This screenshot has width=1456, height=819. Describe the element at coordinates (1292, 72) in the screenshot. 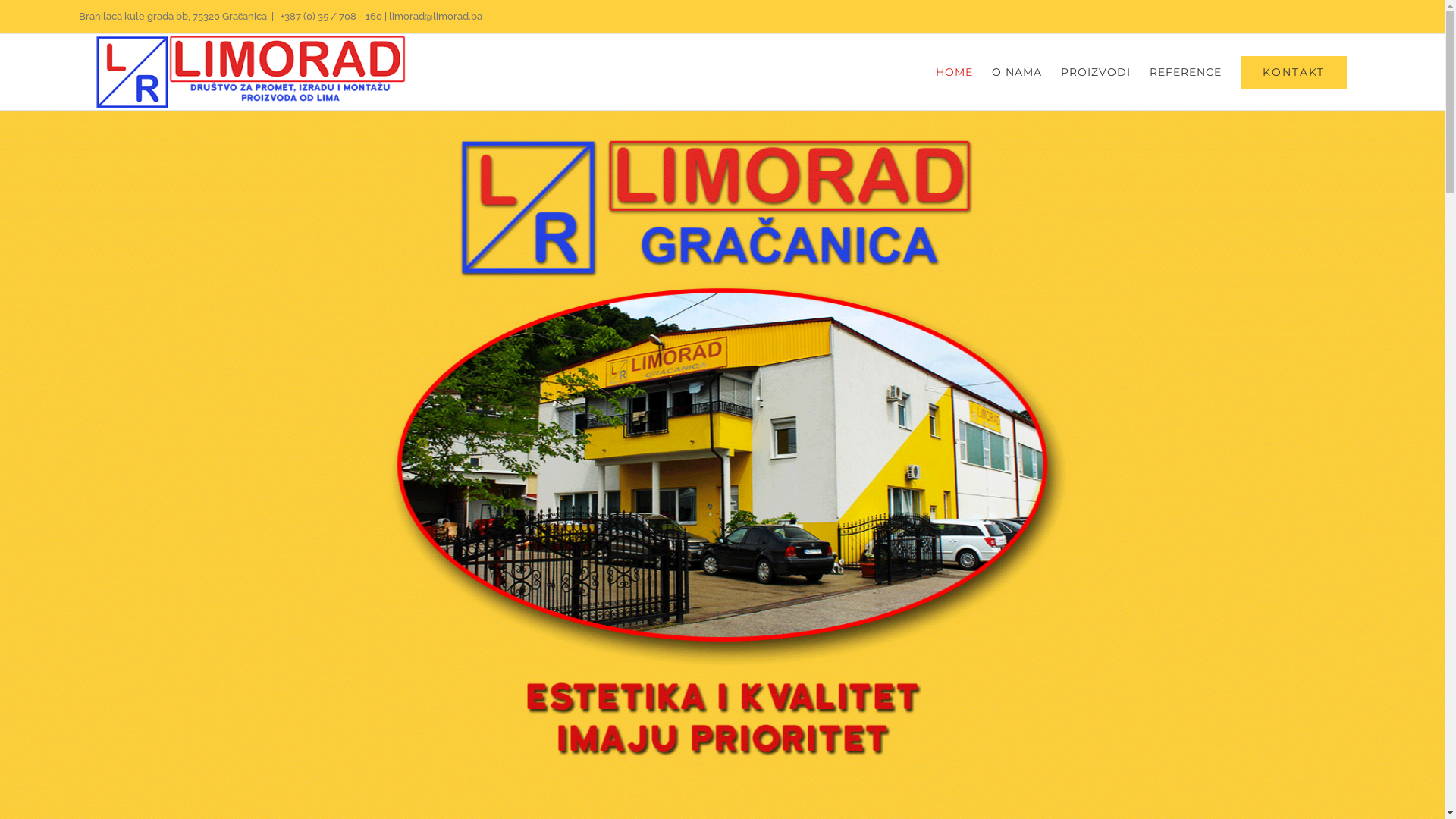

I see `'KONTAKT'` at that location.